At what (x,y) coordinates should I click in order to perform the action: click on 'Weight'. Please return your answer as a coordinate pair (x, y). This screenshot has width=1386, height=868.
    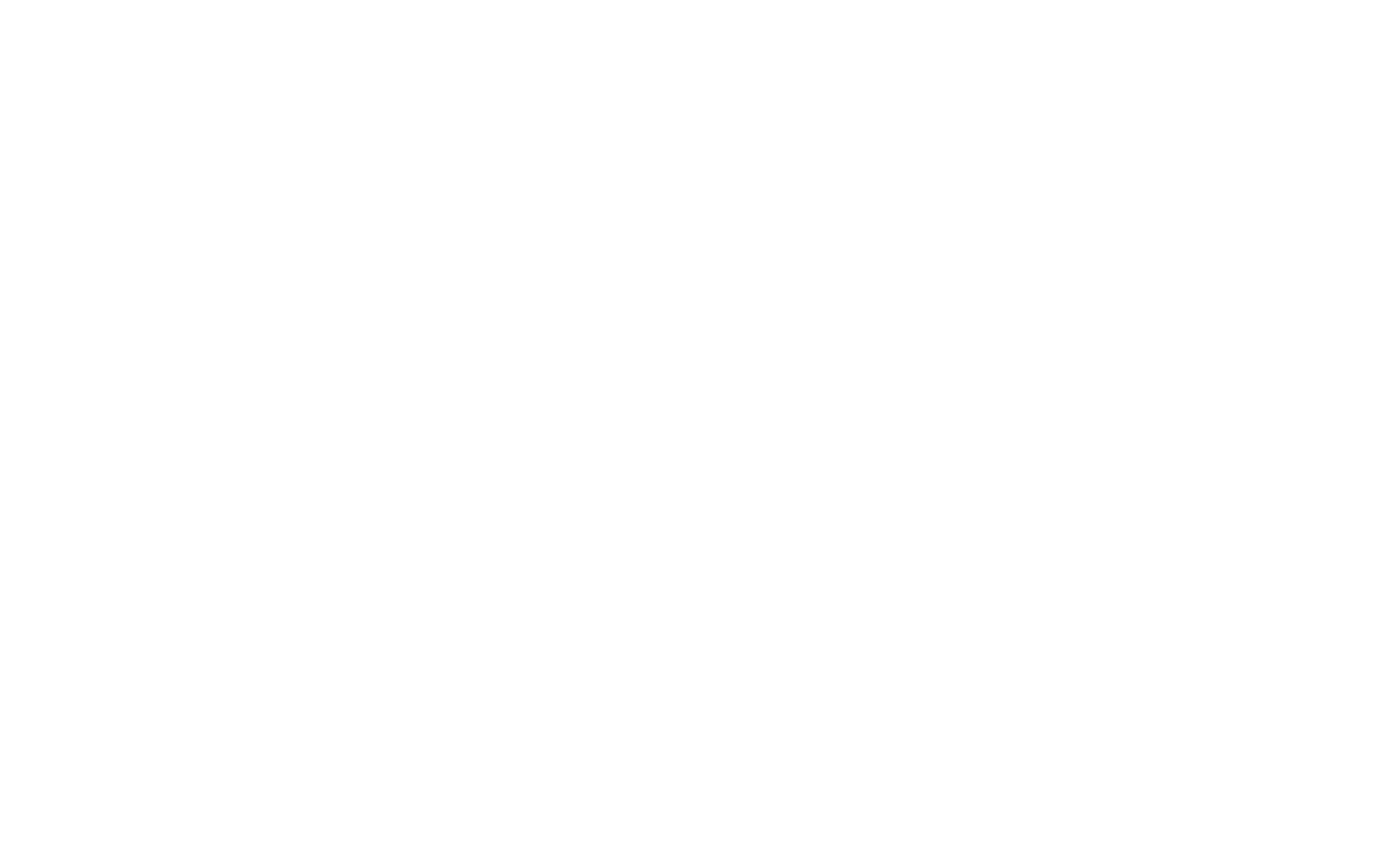
    Looking at the image, I should click on (911, 251).